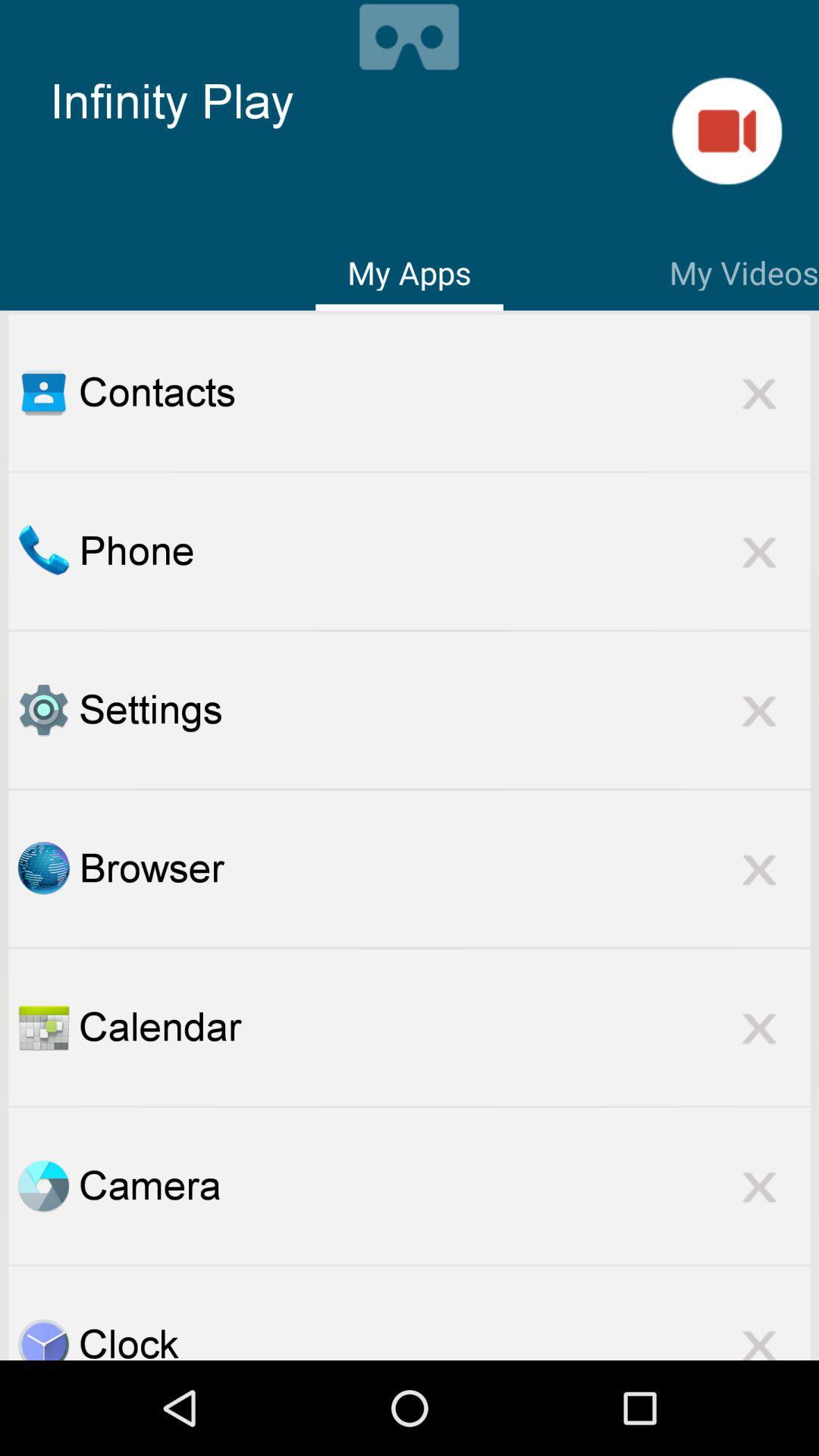 This screenshot has height=1456, width=819. Describe the element at coordinates (759, 1027) in the screenshot. I see `closed` at that location.